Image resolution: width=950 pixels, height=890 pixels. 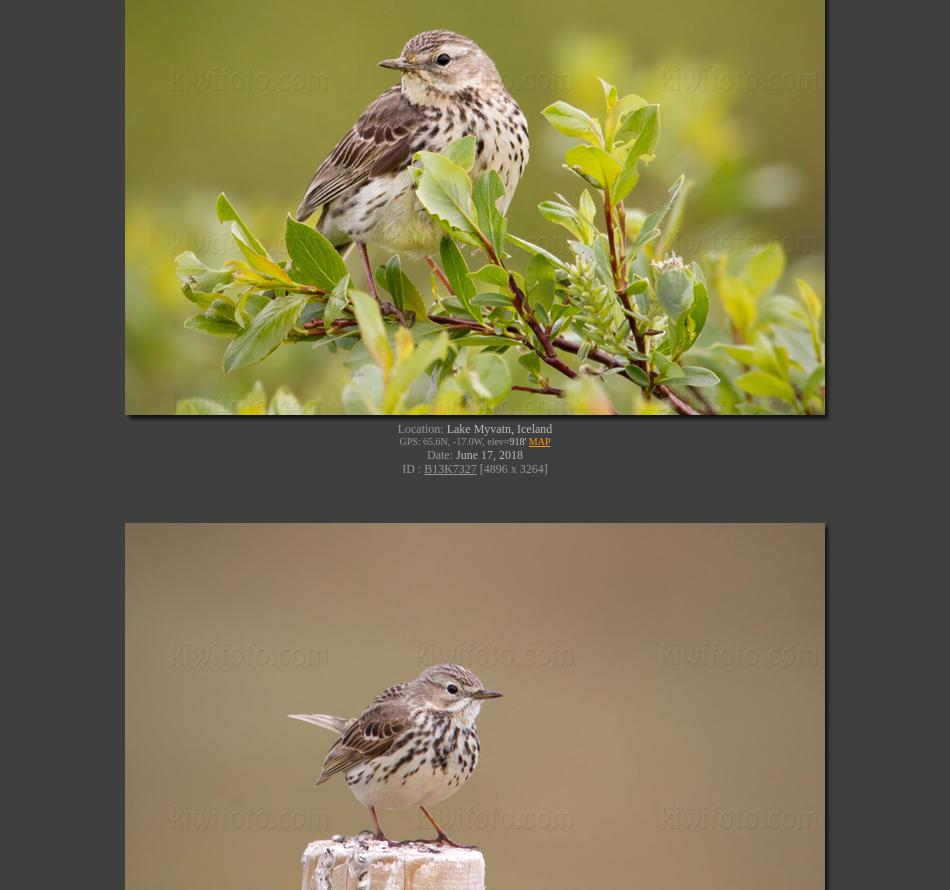 What do you see at coordinates (528, 440) in the screenshot?
I see `'MAP'` at bounding box center [528, 440].